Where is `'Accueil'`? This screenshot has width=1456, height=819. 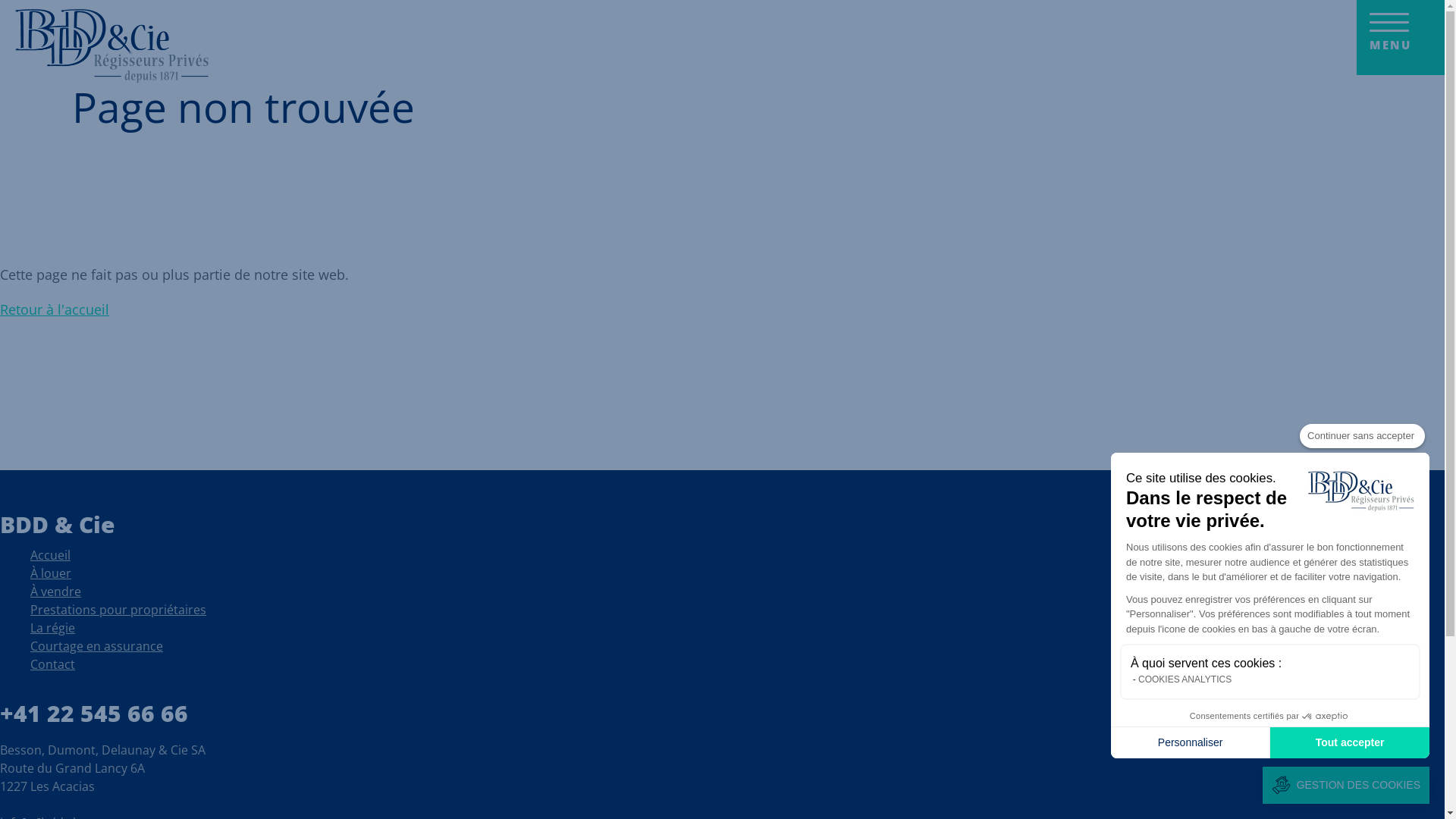 'Accueil' is located at coordinates (50, 558).